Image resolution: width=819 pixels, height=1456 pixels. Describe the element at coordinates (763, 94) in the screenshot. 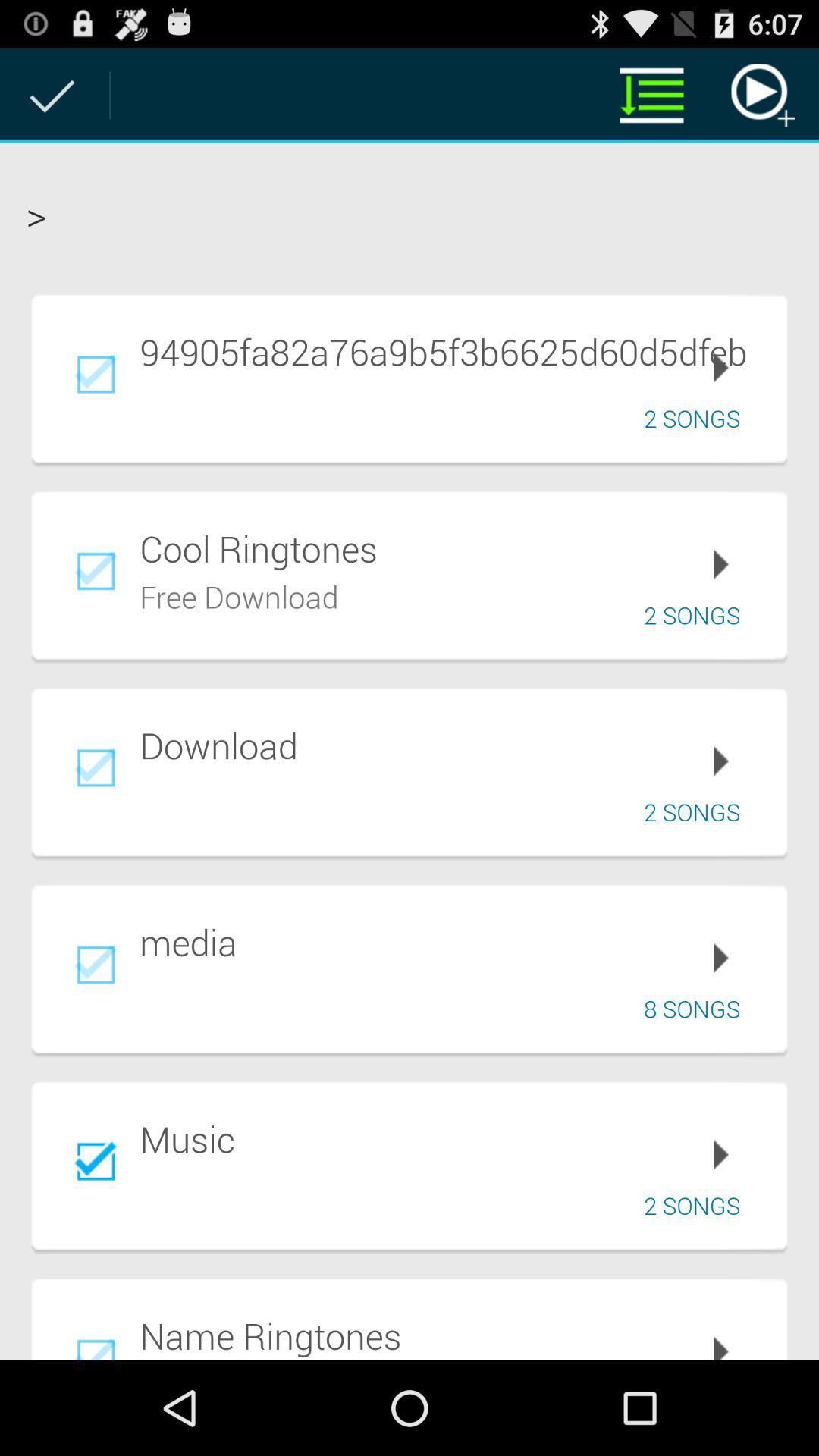

I see `the item above the > item` at that location.